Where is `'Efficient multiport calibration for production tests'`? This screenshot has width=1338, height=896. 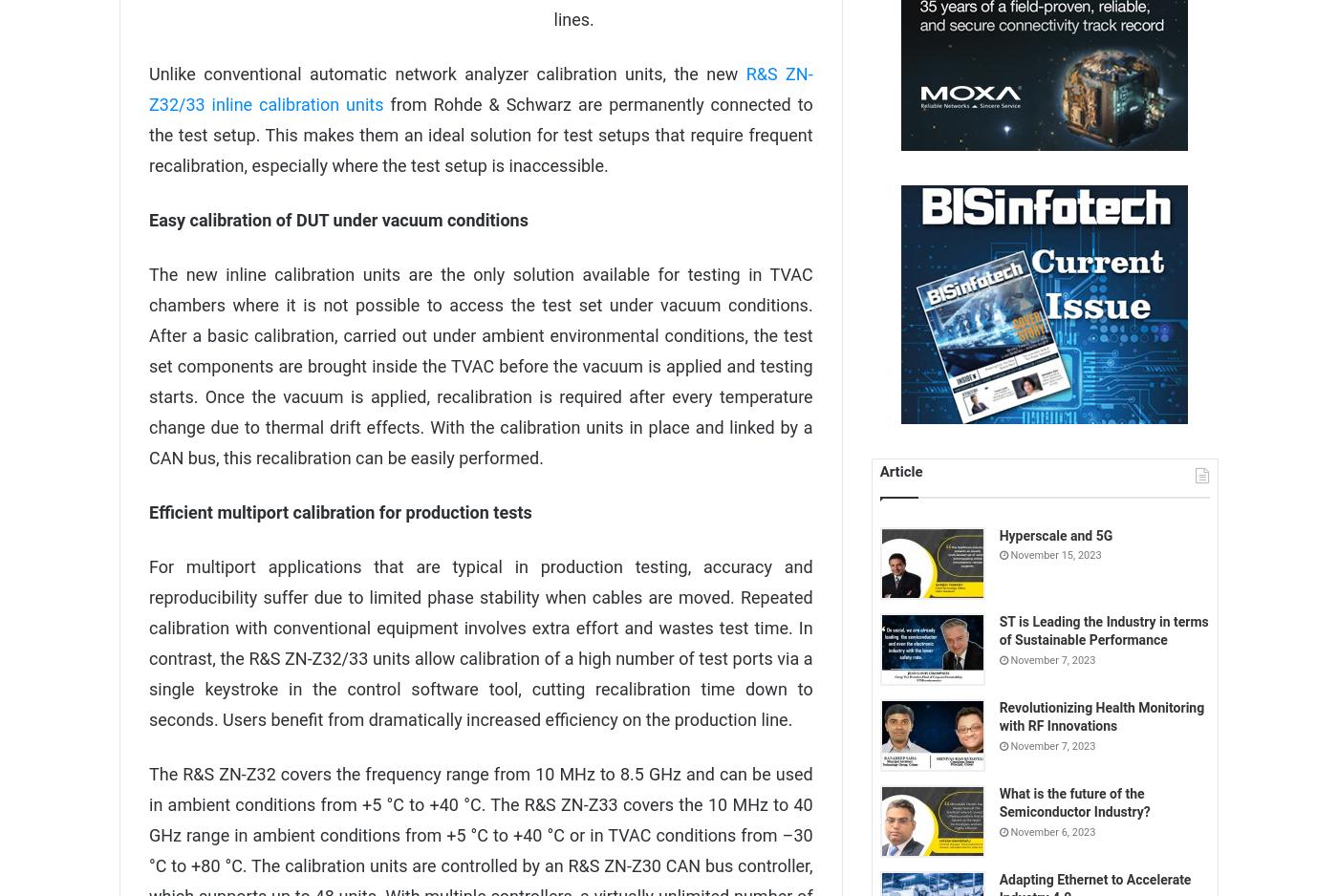
'Efficient multiport calibration for production tests' is located at coordinates (340, 510).